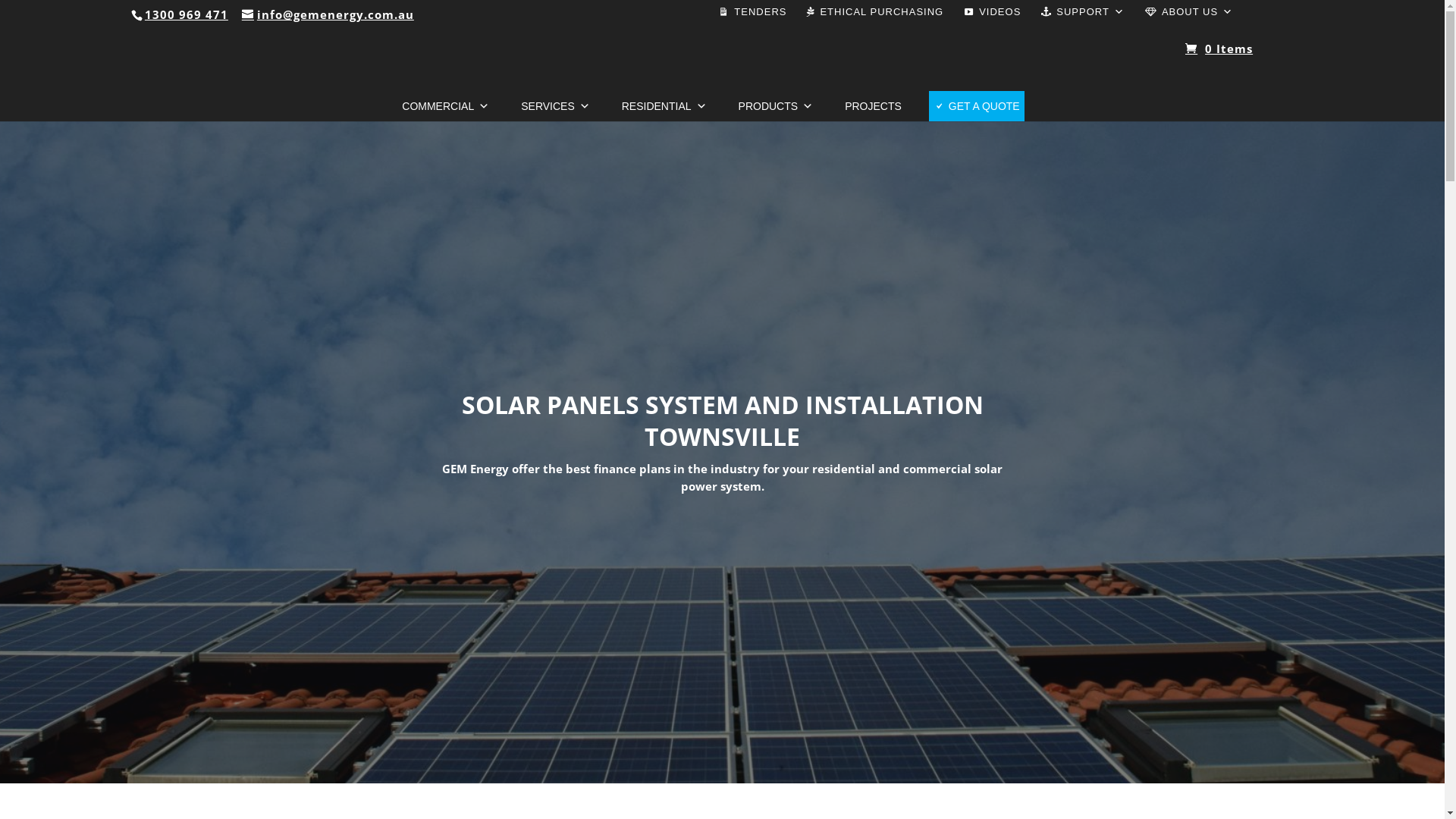 The image size is (1456, 819). What do you see at coordinates (1219, 40) in the screenshot?
I see `'0 Items'` at bounding box center [1219, 40].